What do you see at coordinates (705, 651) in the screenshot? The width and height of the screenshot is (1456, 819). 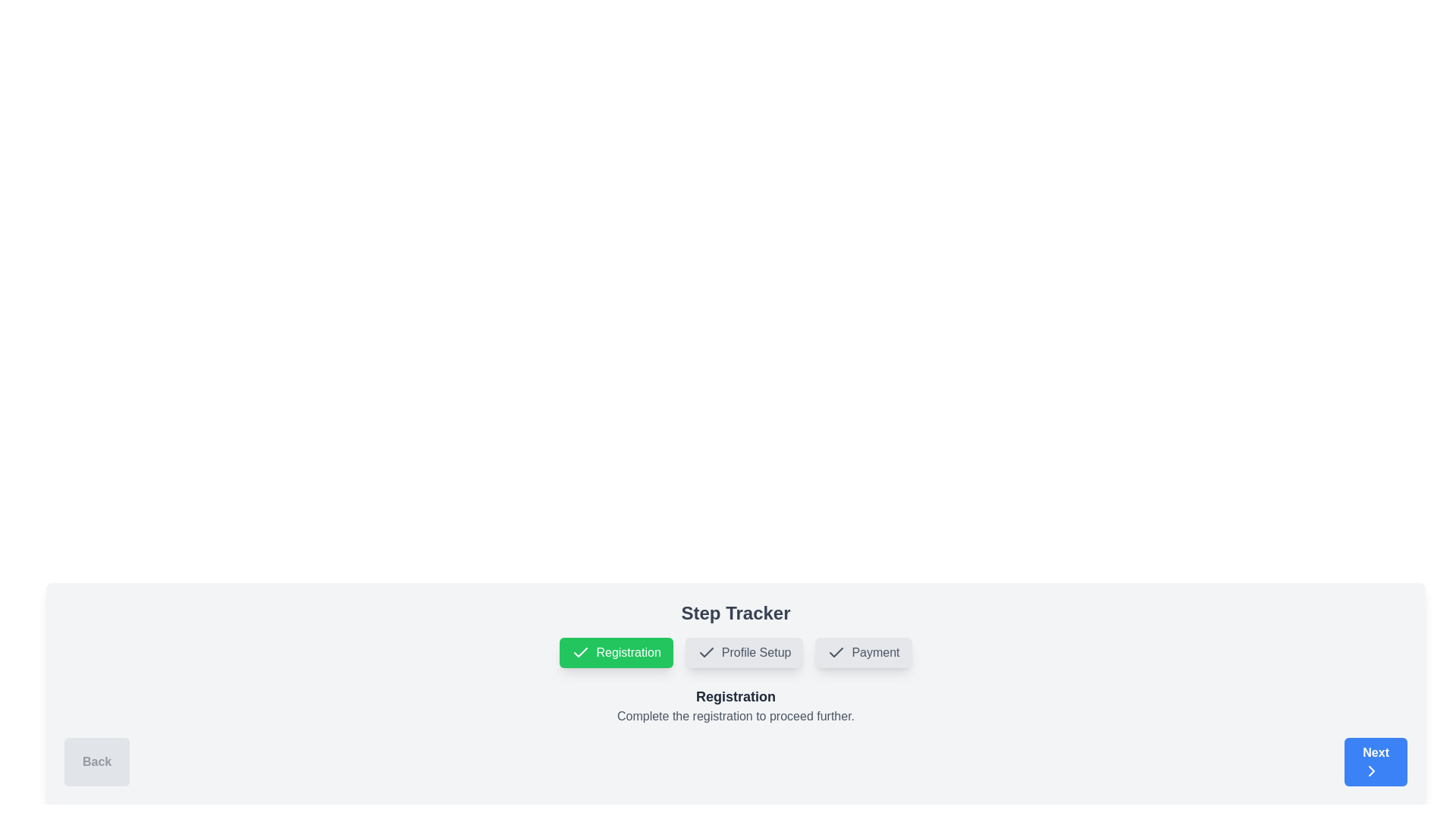 I see `the check icon that indicates the completion of the 'Profile Setup' step in the step tracker interface, located to the left of 'Profile Setup' text` at bounding box center [705, 651].